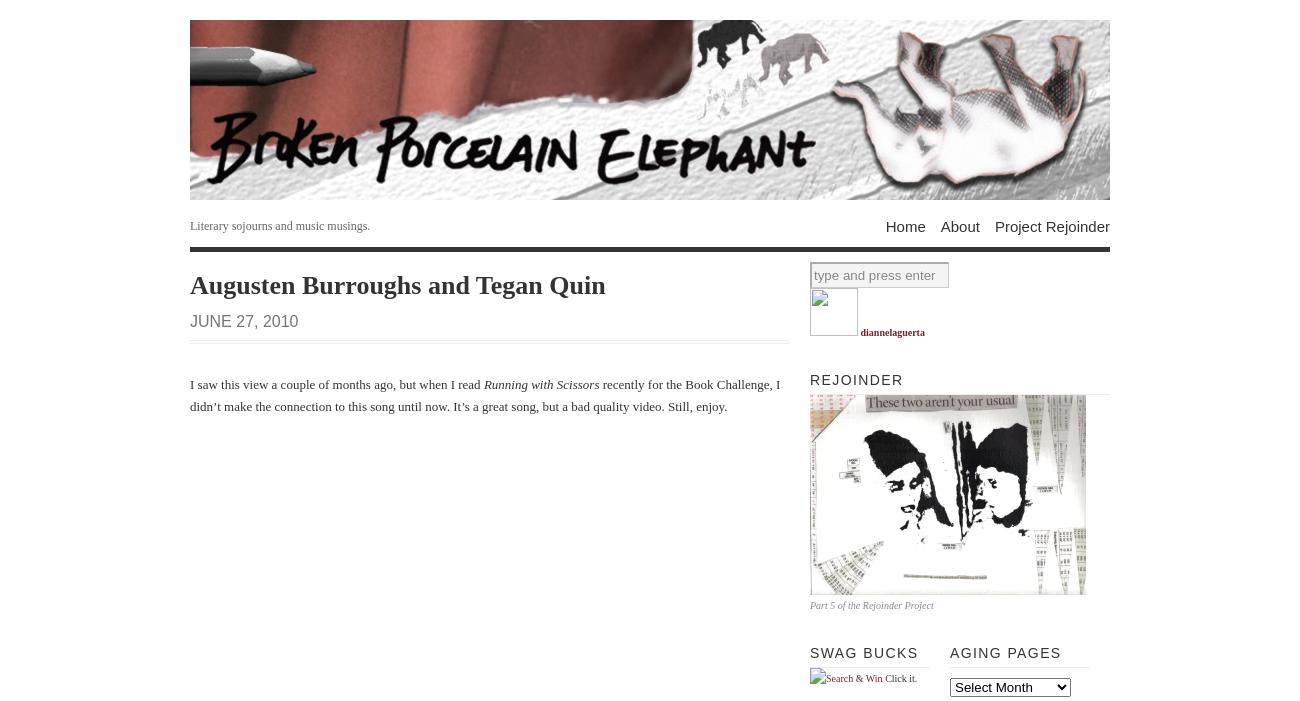  What do you see at coordinates (280, 225) in the screenshot?
I see `'Literary sojourns and music musings.'` at bounding box center [280, 225].